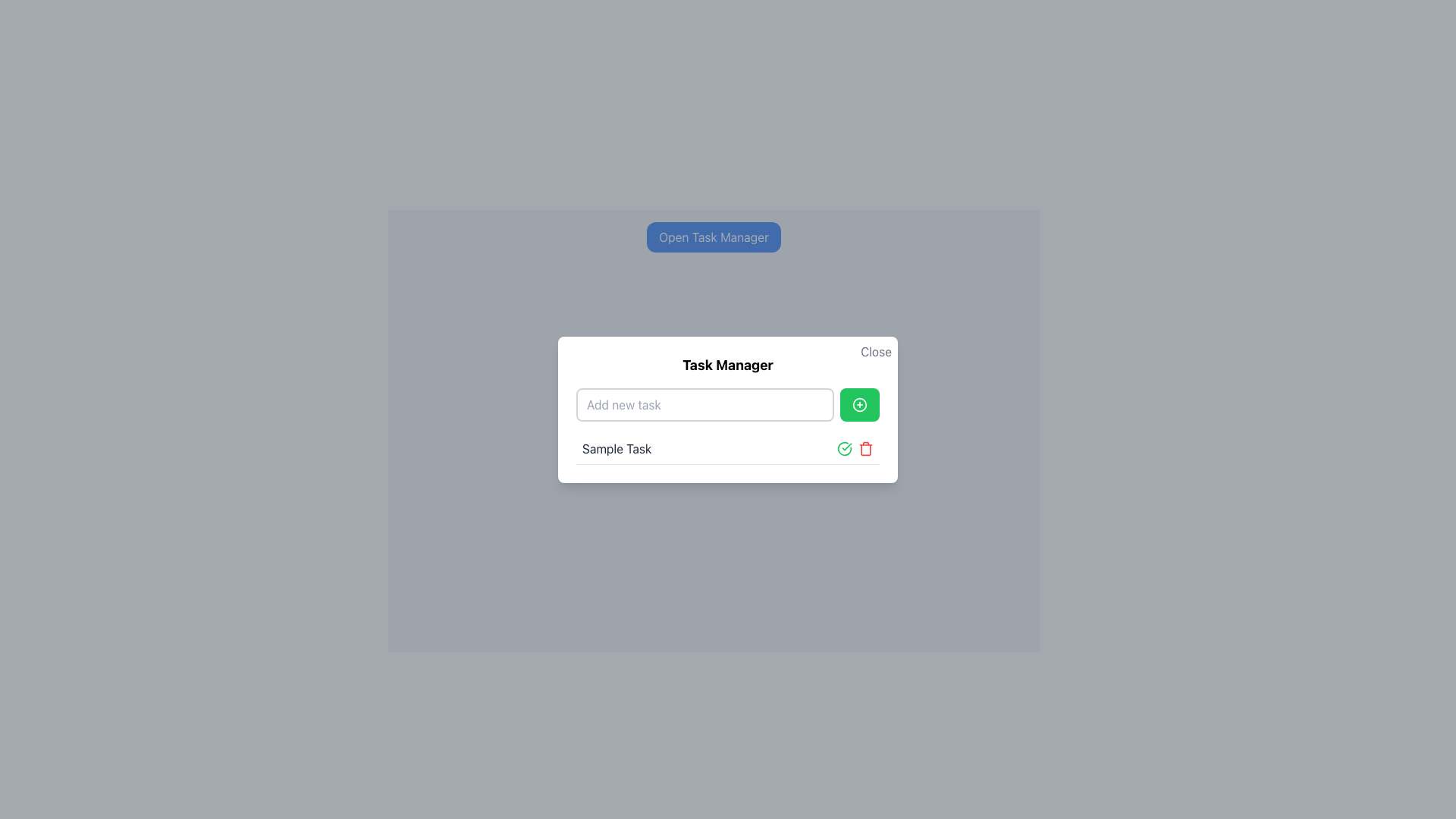  Describe the element at coordinates (876, 351) in the screenshot. I see `the 'Close' button displayed in gray font at the top-right corner of the modal` at that location.